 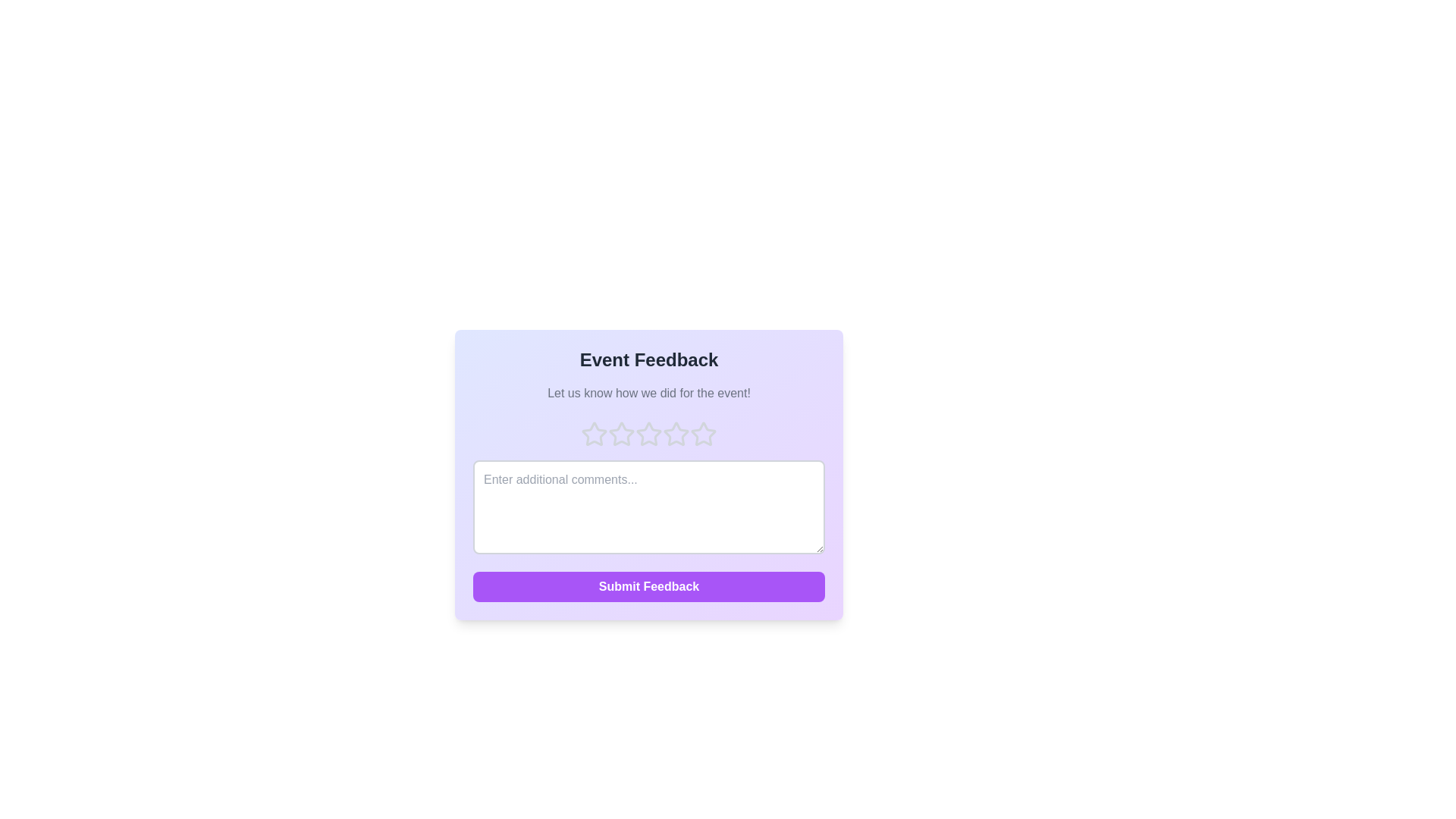 I want to click on the star to provide a rating, so click(x=676, y=434).